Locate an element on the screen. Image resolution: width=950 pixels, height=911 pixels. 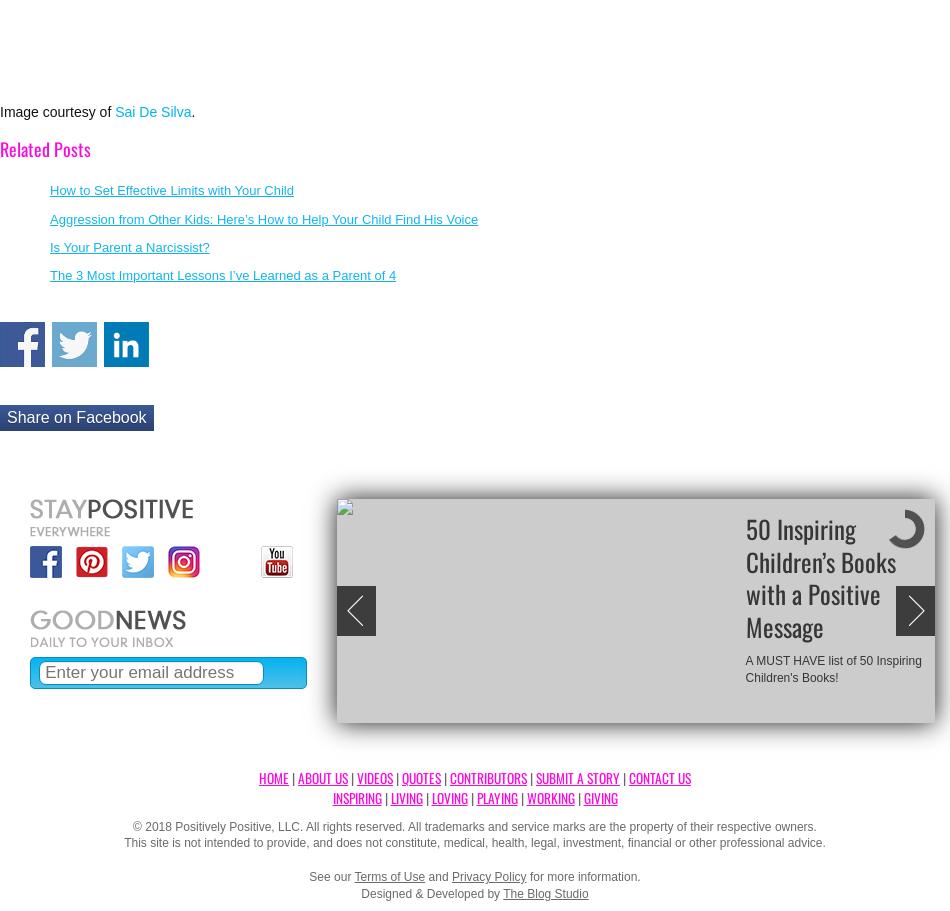
'Privacy Policy' is located at coordinates (488, 876).